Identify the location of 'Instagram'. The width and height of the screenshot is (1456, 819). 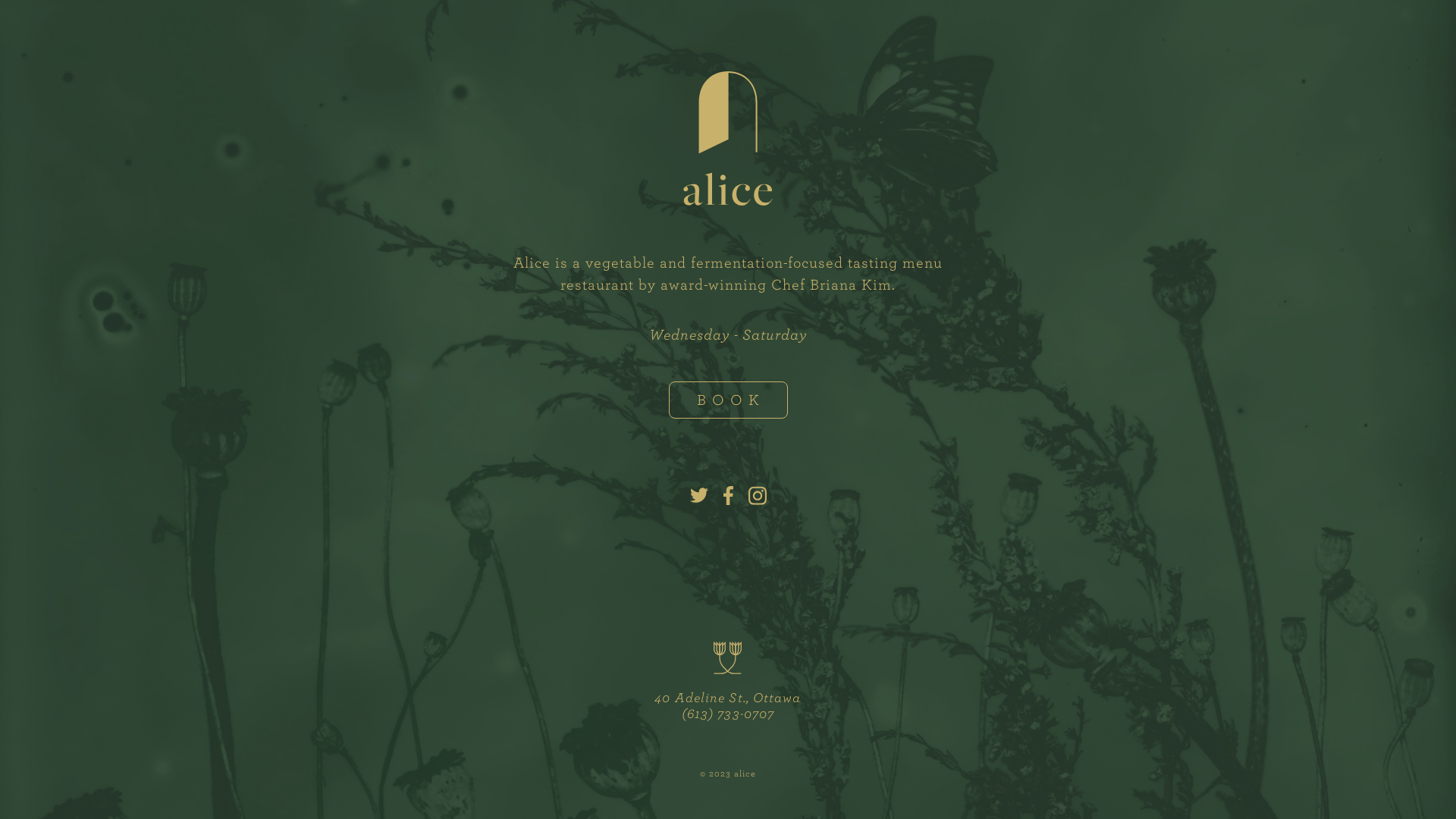
(757, 497).